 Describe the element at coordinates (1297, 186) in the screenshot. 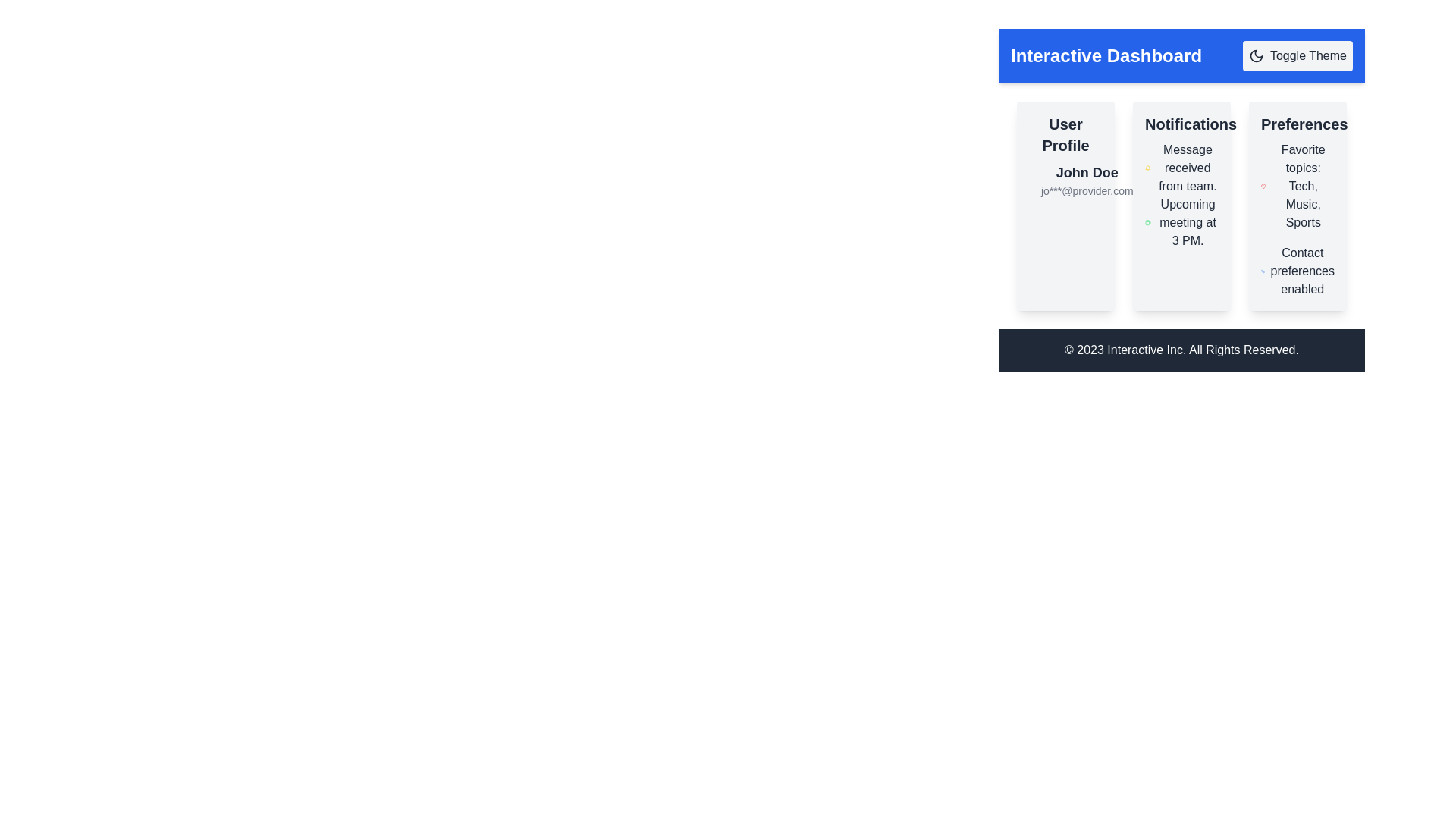

I see `the text label displaying 'Favorite topics: Tech, Music, Sports' with an accompanying red heart icon, located in the third column labeled 'Preferences'` at that location.